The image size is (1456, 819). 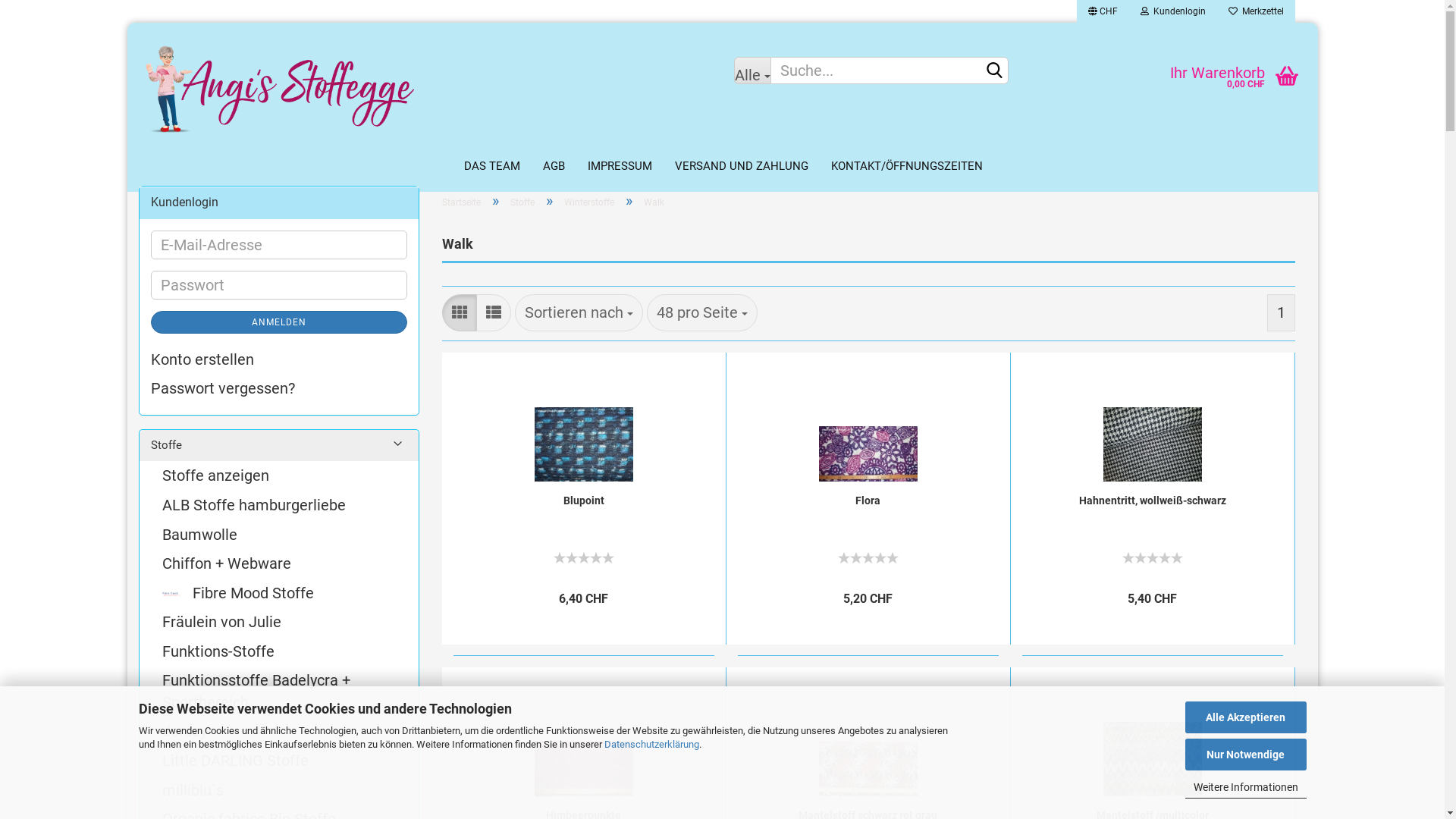 What do you see at coordinates (1244, 786) in the screenshot?
I see `'Weitere Informationen'` at bounding box center [1244, 786].